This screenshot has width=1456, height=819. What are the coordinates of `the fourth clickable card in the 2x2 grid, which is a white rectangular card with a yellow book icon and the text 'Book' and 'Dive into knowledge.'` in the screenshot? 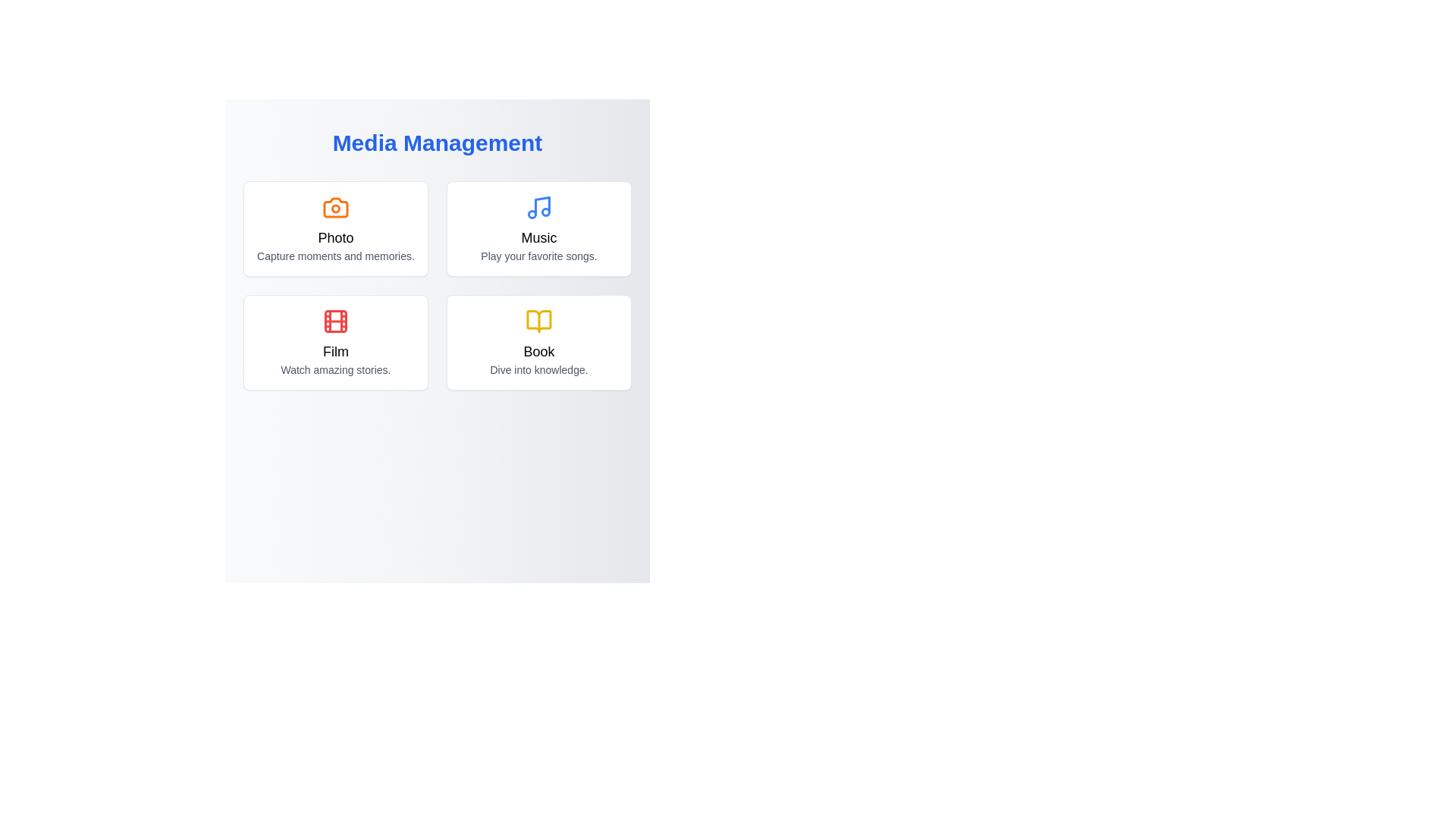 It's located at (538, 342).